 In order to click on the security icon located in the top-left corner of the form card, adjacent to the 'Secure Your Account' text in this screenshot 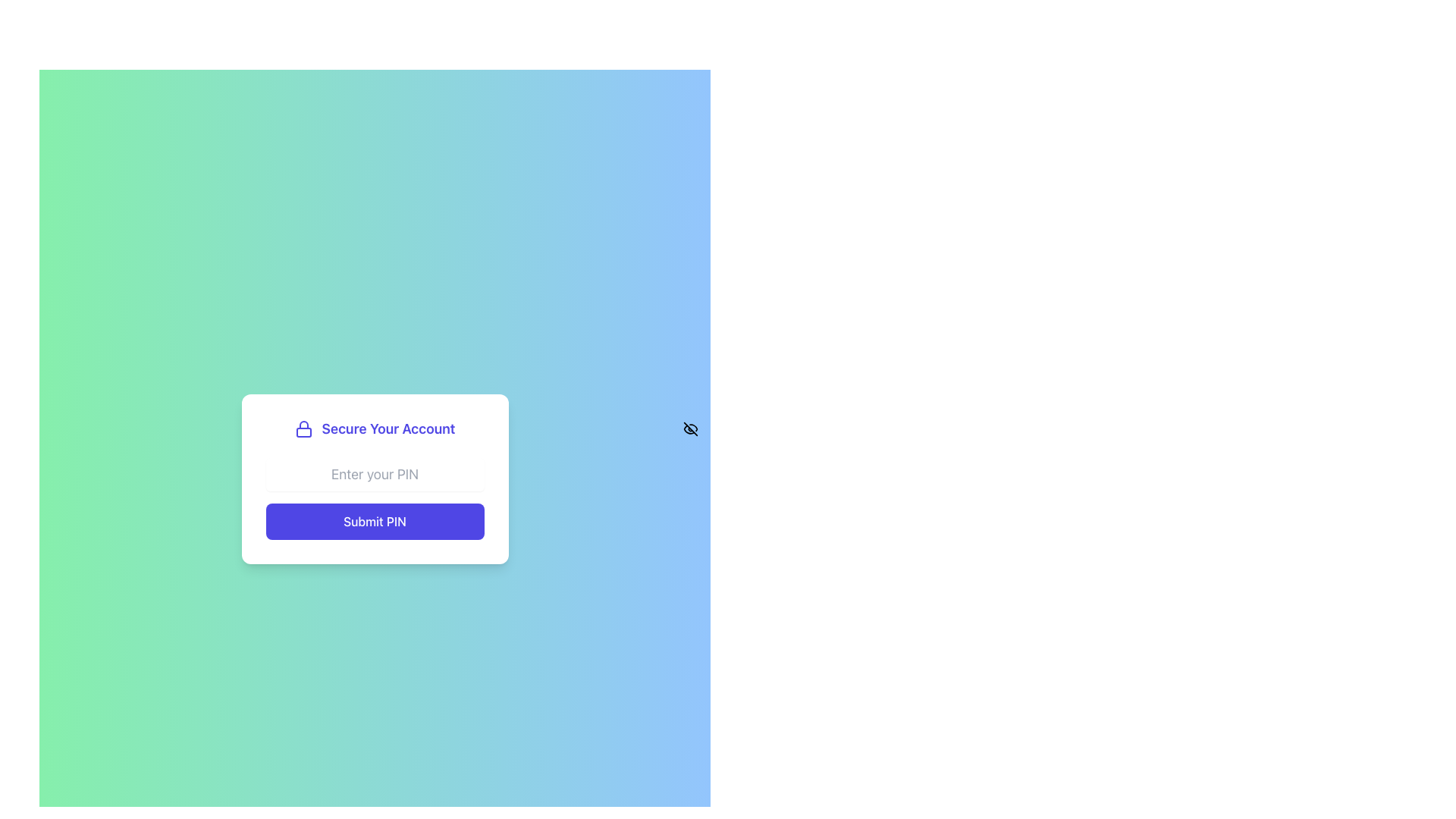, I will do `click(303, 425)`.